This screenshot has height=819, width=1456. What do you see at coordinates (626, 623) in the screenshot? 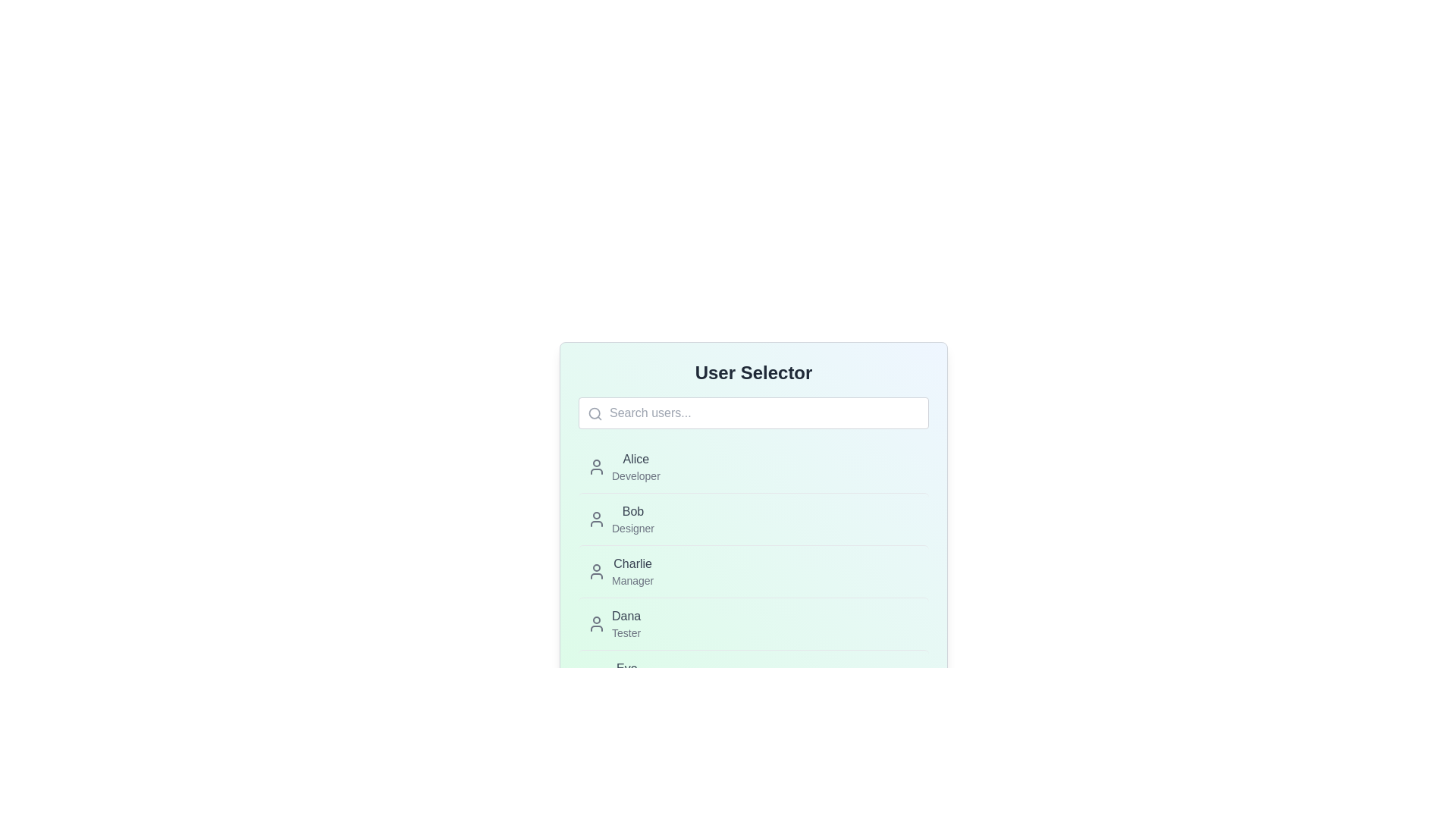
I see `the label displaying the user entry 'Dana Tester', which is positioned in the list between 'Charlie Manager' above and 'Eve' below, and aligns with a user profile icon on the left` at bounding box center [626, 623].